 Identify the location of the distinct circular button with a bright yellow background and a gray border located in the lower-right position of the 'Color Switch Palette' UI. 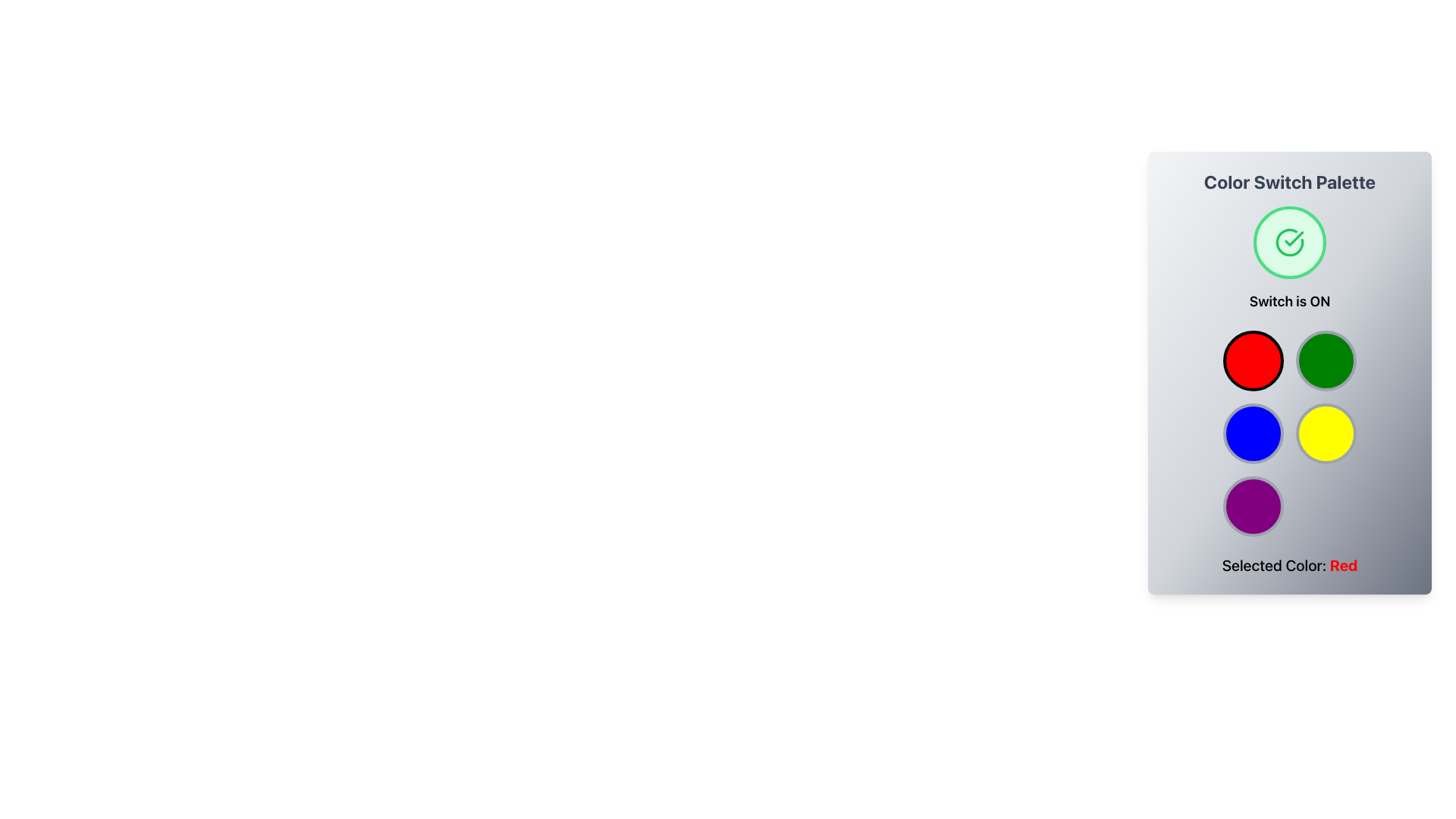
(1325, 433).